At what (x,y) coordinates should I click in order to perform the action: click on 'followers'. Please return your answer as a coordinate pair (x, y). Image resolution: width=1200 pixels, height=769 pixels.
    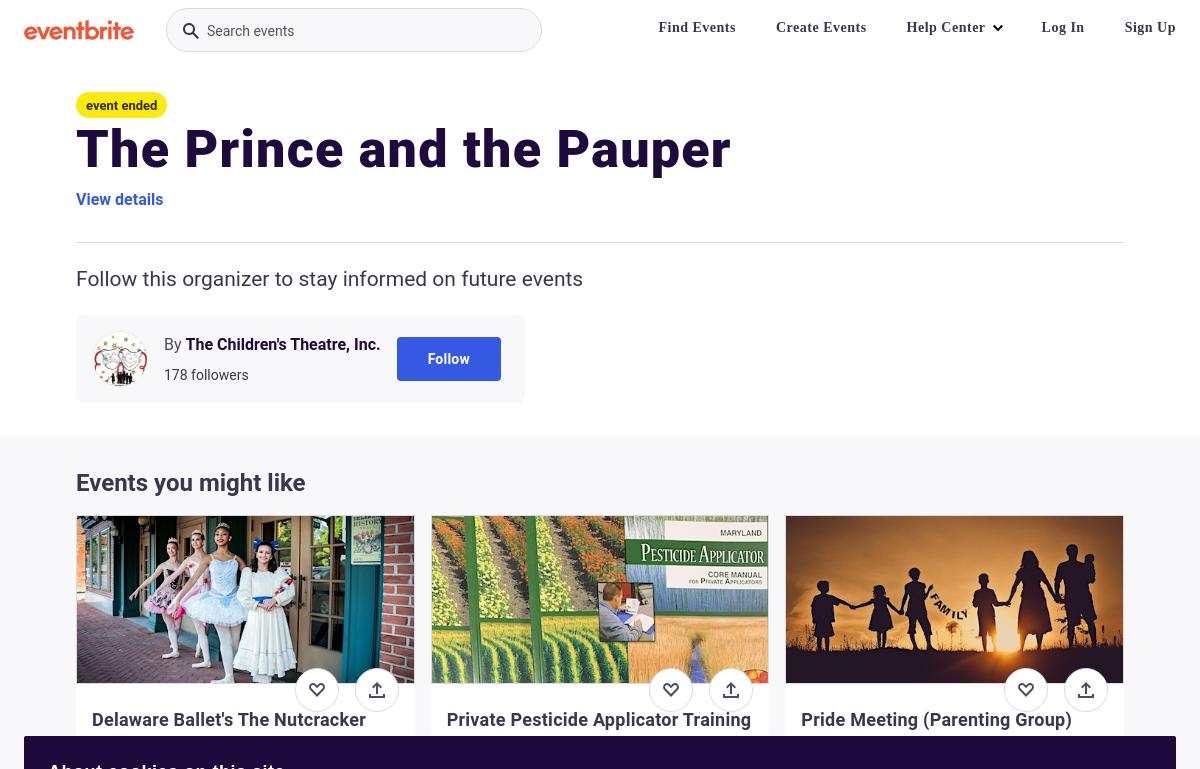
    Looking at the image, I should click on (218, 373).